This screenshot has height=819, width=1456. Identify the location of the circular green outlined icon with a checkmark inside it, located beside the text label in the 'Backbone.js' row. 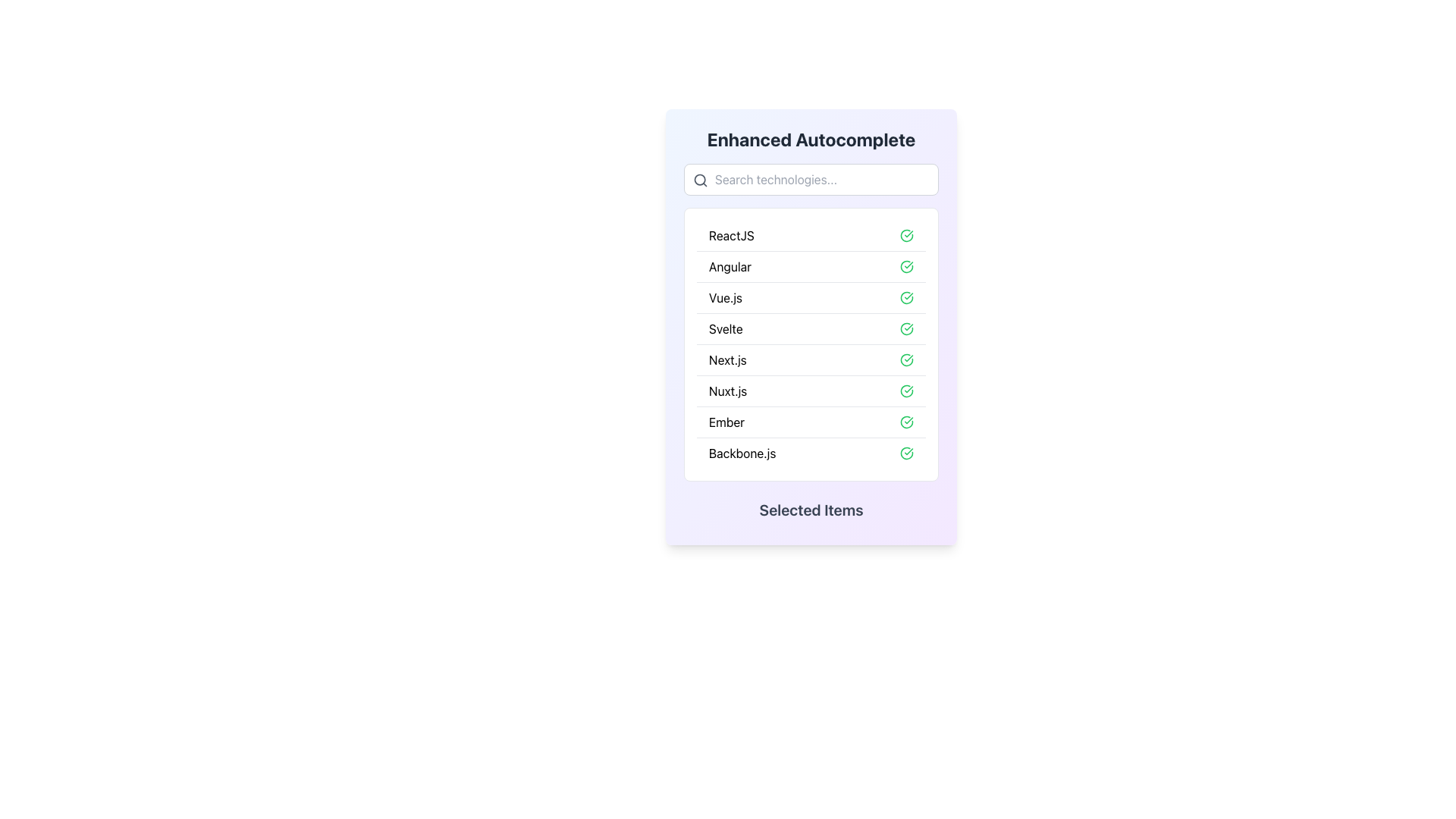
(906, 452).